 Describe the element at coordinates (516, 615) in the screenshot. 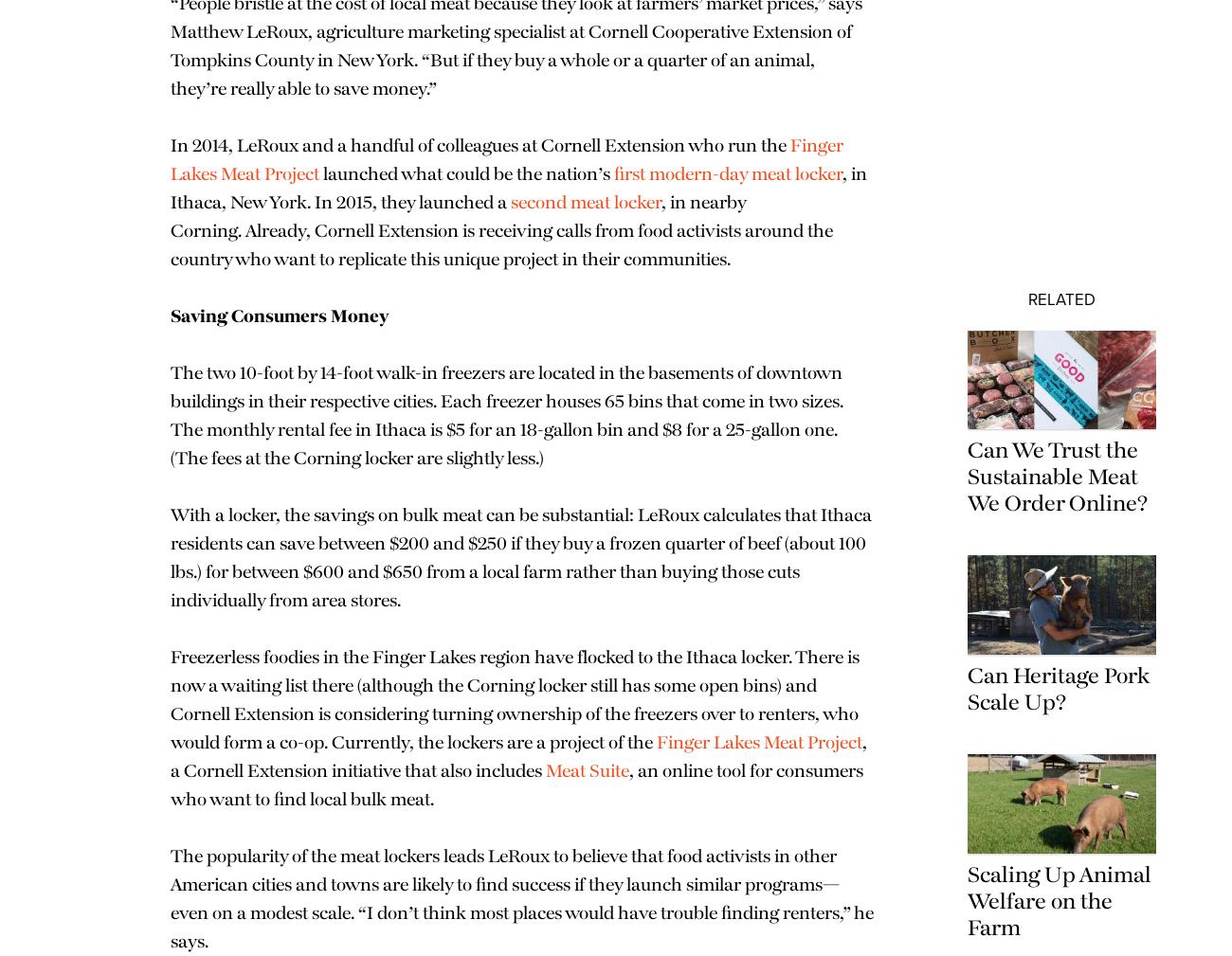

I see `'With a locker, the savings on bulk meat can be substantial: LeRoux calculates that Ithaca residents can save between $200 and $250 if they buy a frozen quarter of beef (about 100 lbs.) for between $600 and $650 from a local farm rather than buying those cuts individually from area stores.'` at that location.